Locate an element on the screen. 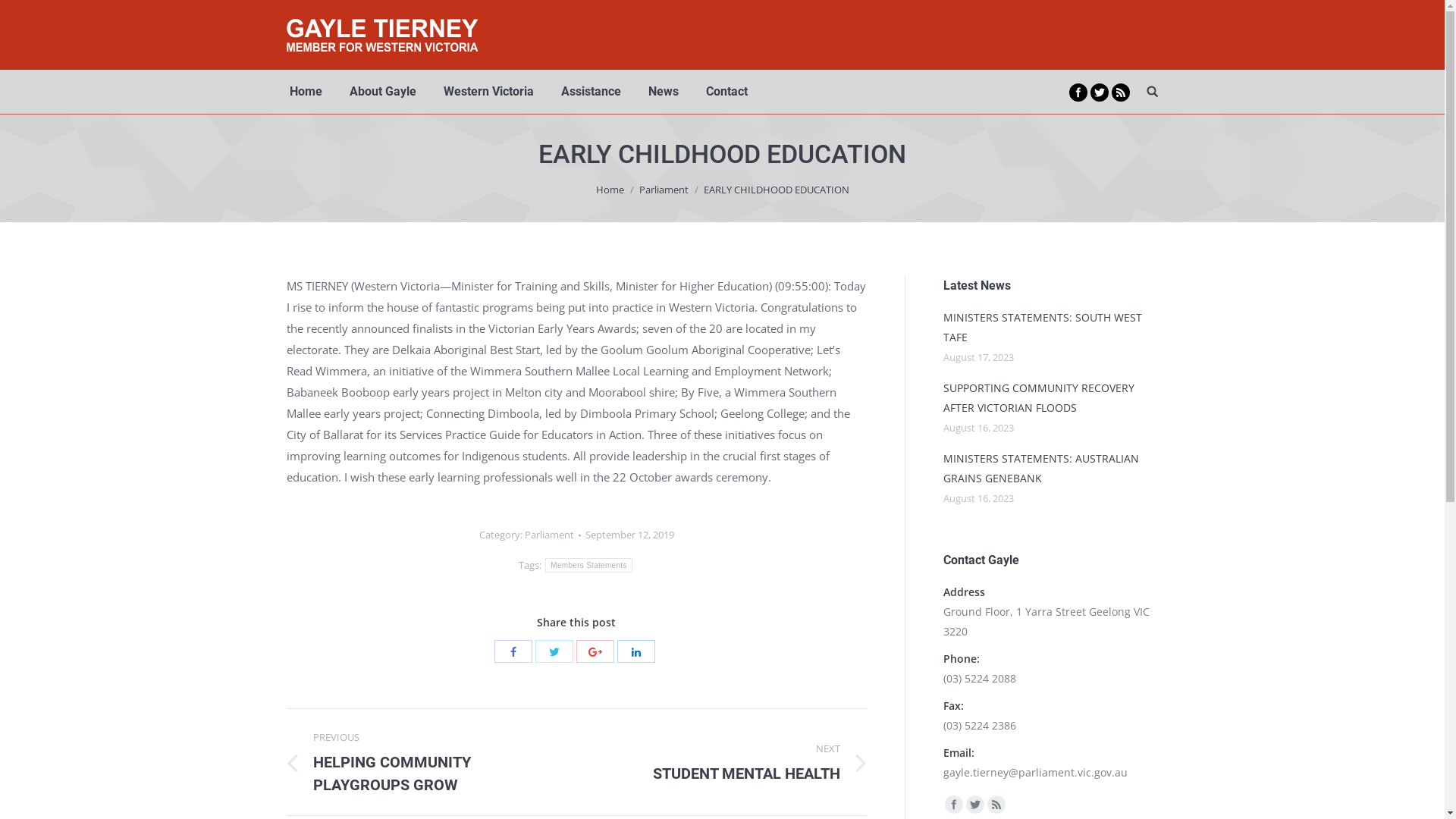 This screenshot has height=819, width=1456. 'Parliament' is located at coordinates (638, 189).